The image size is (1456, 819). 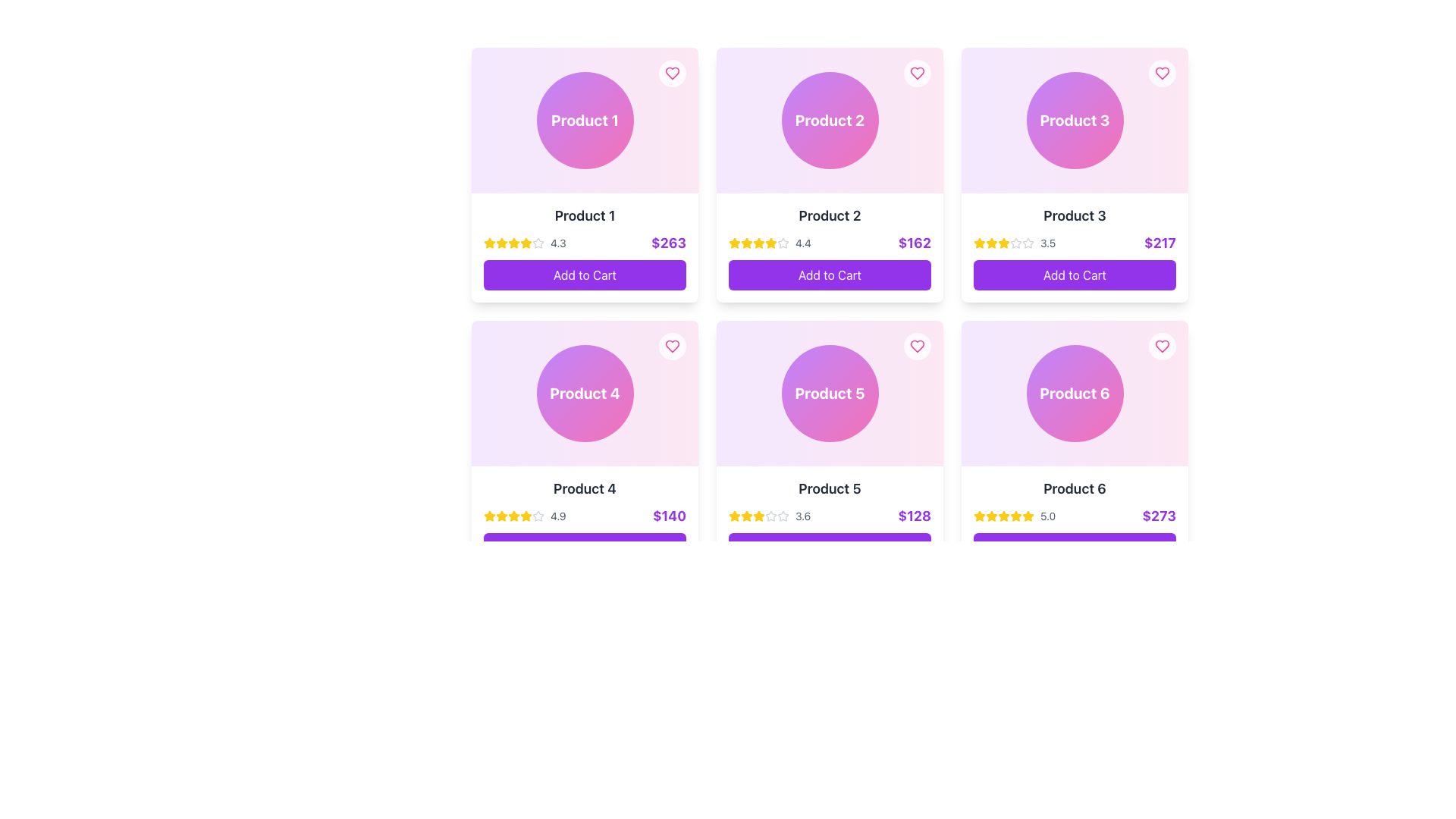 What do you see at coordinates (584, 548) in the screenshot?
I see `the 'Add to Cart' button with a bold purple background, located at the bottom of the card layout for 'Product 4'` at bounding box center [584, 548].